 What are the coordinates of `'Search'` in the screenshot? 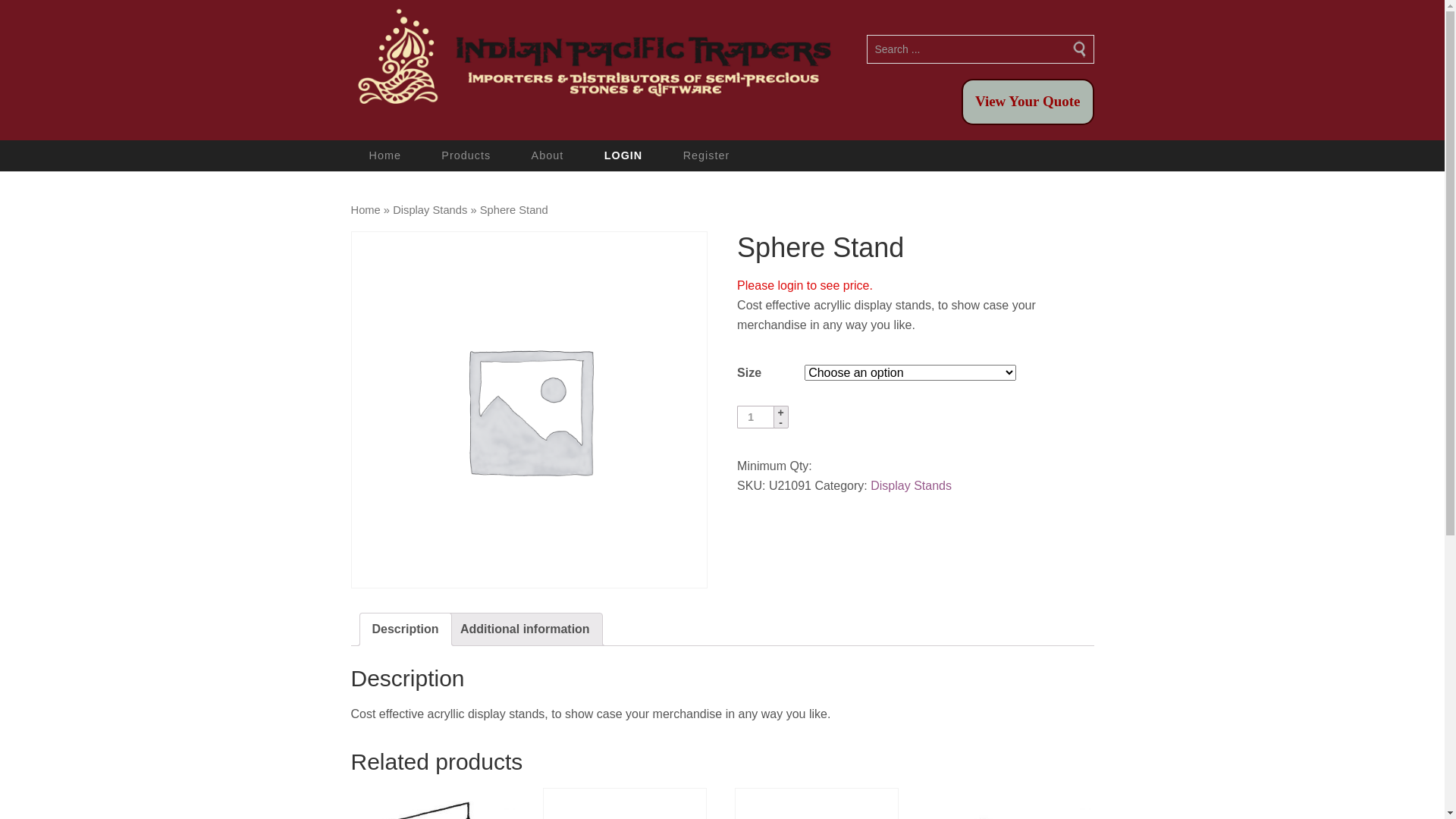 It's located at (1094, 34).